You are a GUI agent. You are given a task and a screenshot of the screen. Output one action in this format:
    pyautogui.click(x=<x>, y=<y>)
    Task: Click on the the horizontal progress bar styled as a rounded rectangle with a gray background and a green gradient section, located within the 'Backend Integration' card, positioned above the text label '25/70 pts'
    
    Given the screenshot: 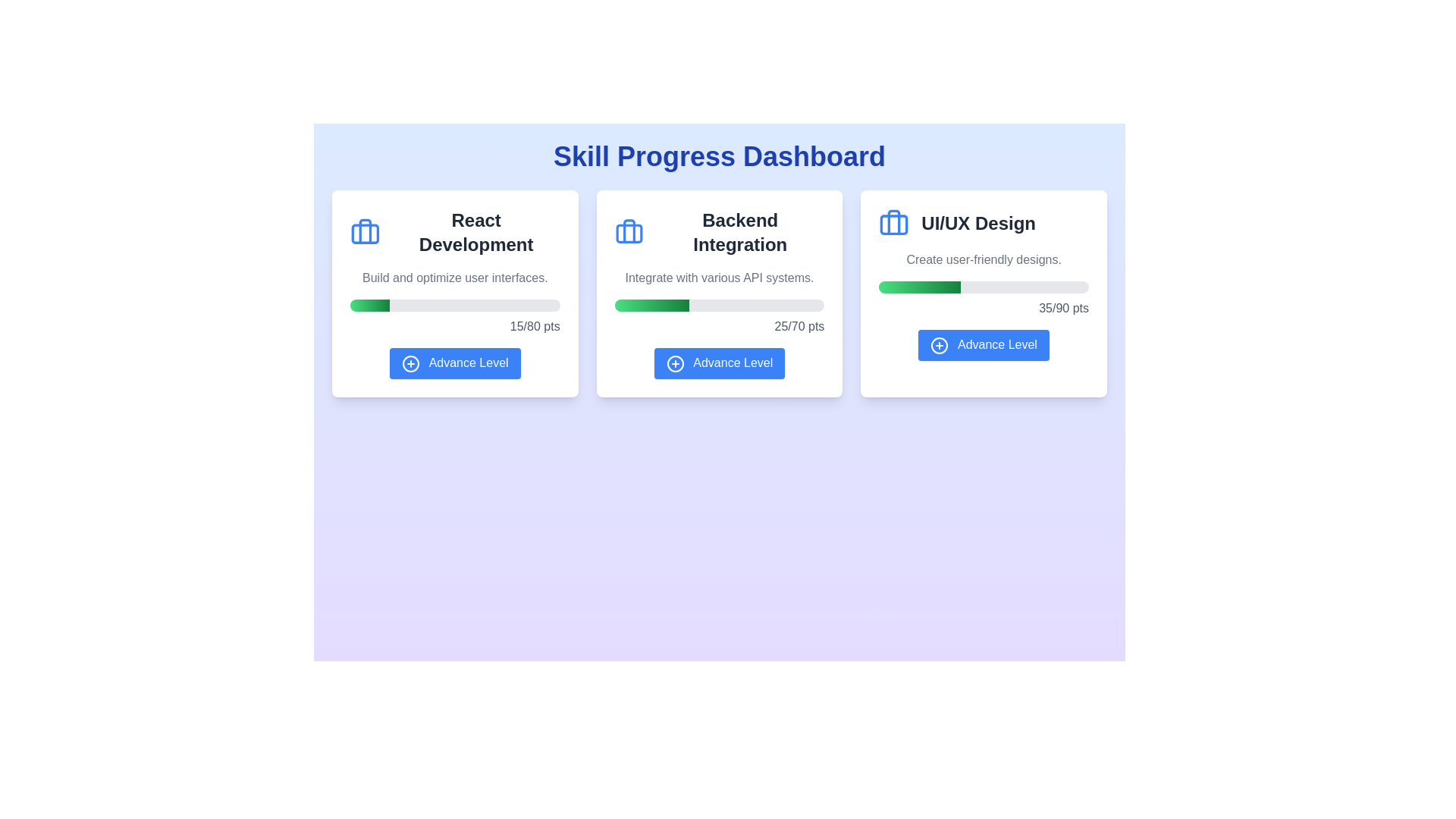 What is the action you would take?
    pyautogui.click(x=719, y=305)
    